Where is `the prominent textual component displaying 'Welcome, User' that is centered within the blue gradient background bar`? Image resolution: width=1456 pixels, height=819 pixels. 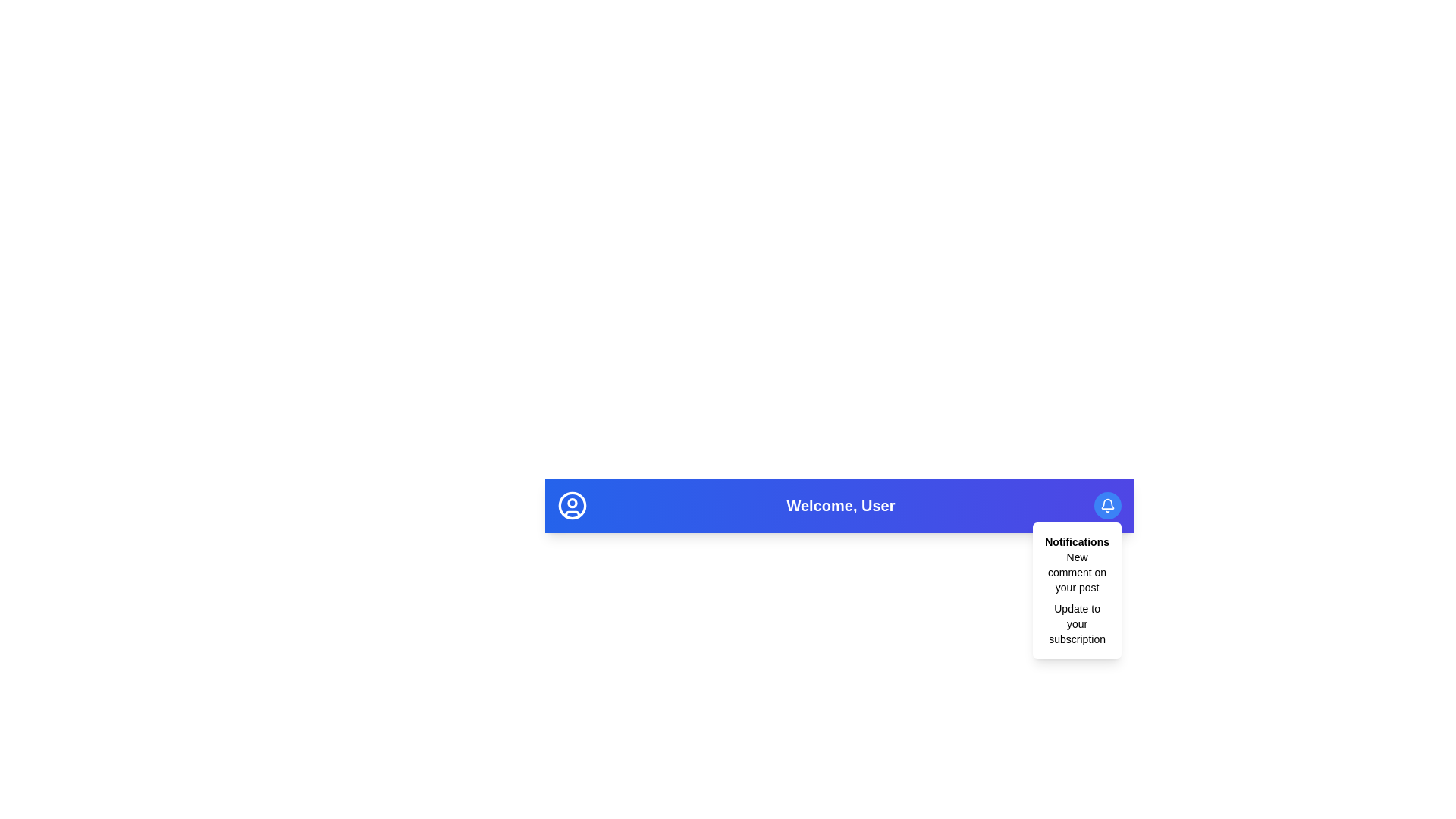 the prominent textual component displaying 'Welcome, User' that is centered within the blue gradient background bar is located at coordinates (839, 506).